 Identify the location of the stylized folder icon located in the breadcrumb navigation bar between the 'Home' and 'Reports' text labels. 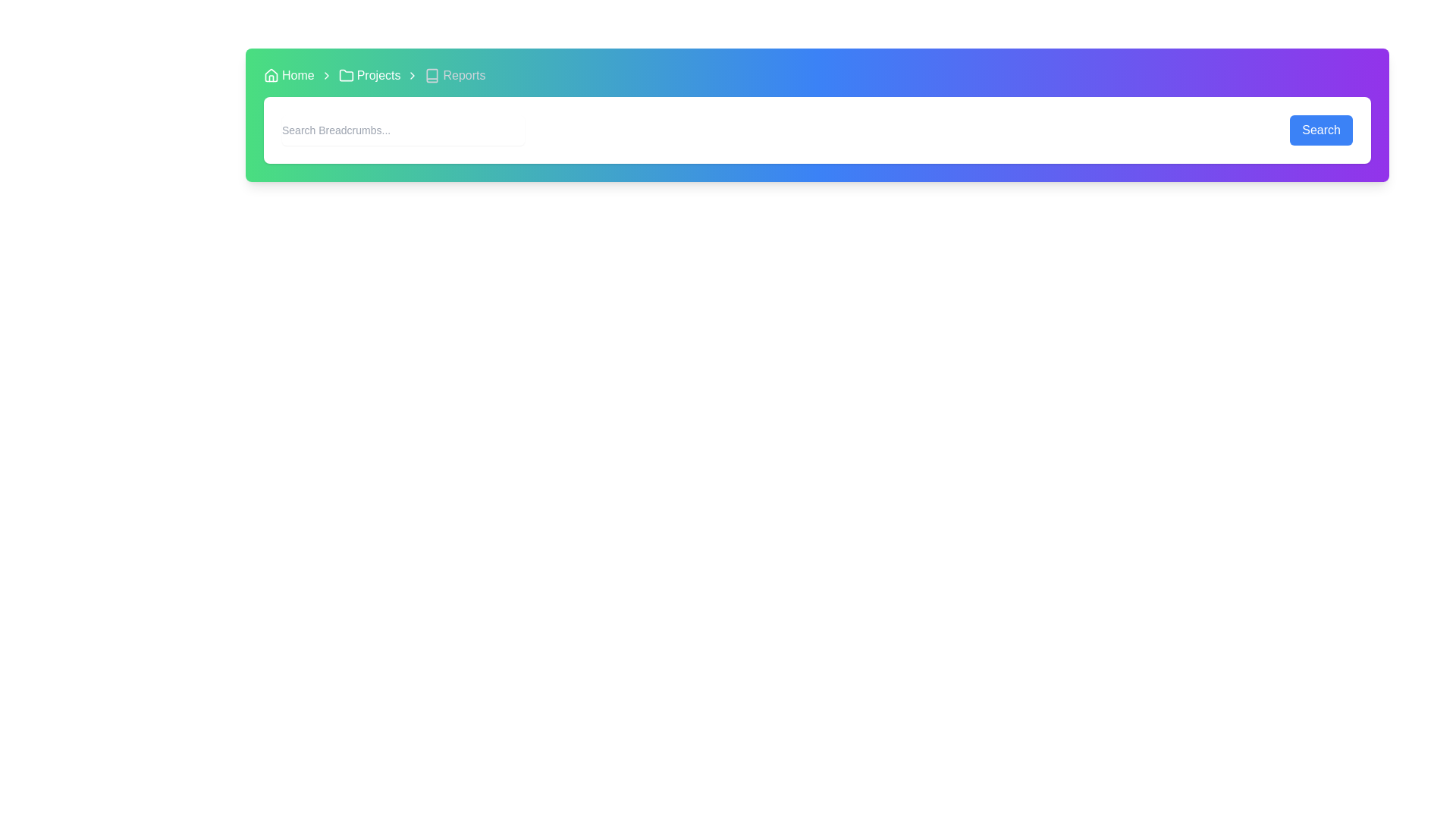
(345, 75).